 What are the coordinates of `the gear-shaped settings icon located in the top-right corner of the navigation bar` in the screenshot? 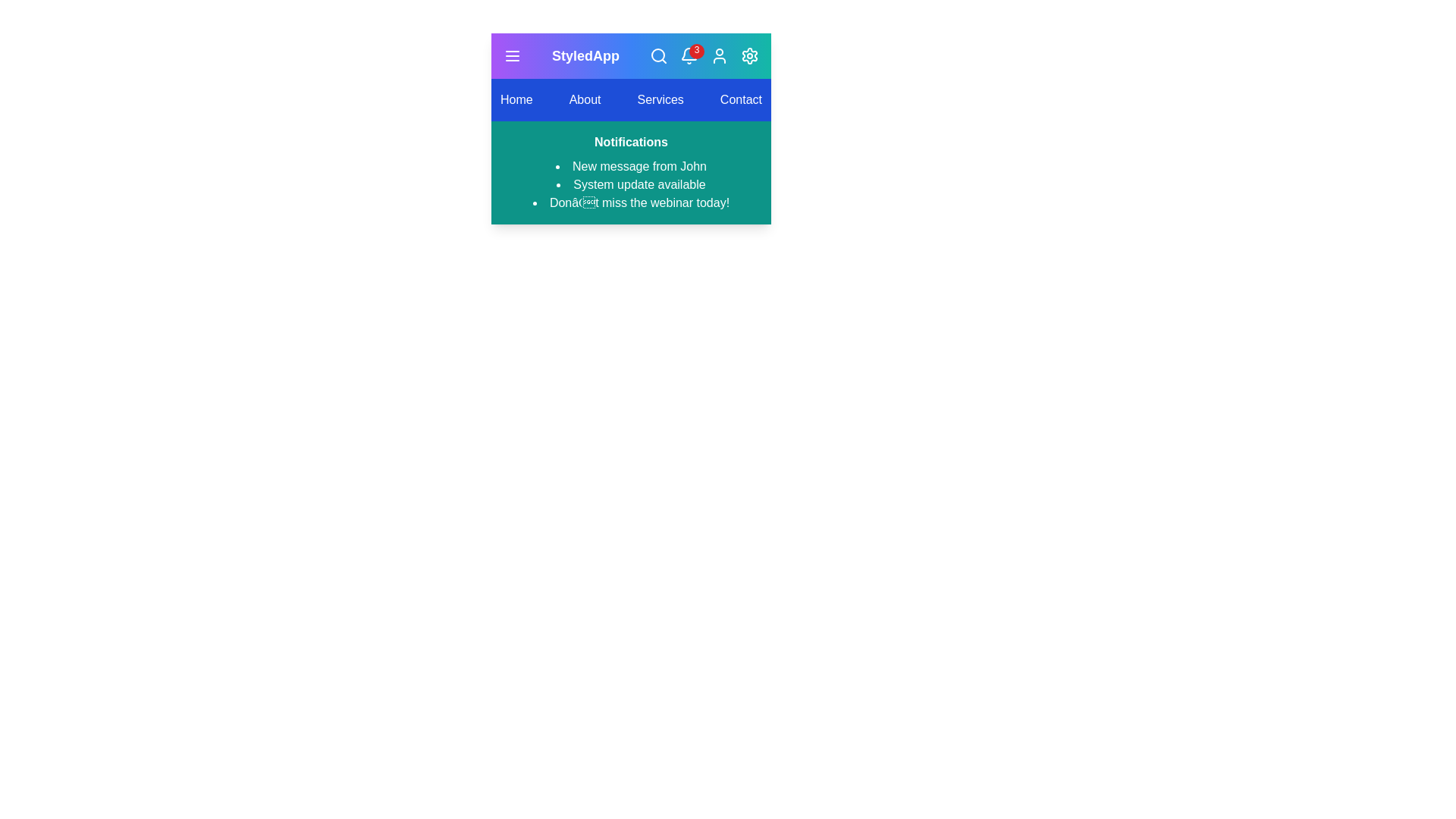 It's located at (749, 55).